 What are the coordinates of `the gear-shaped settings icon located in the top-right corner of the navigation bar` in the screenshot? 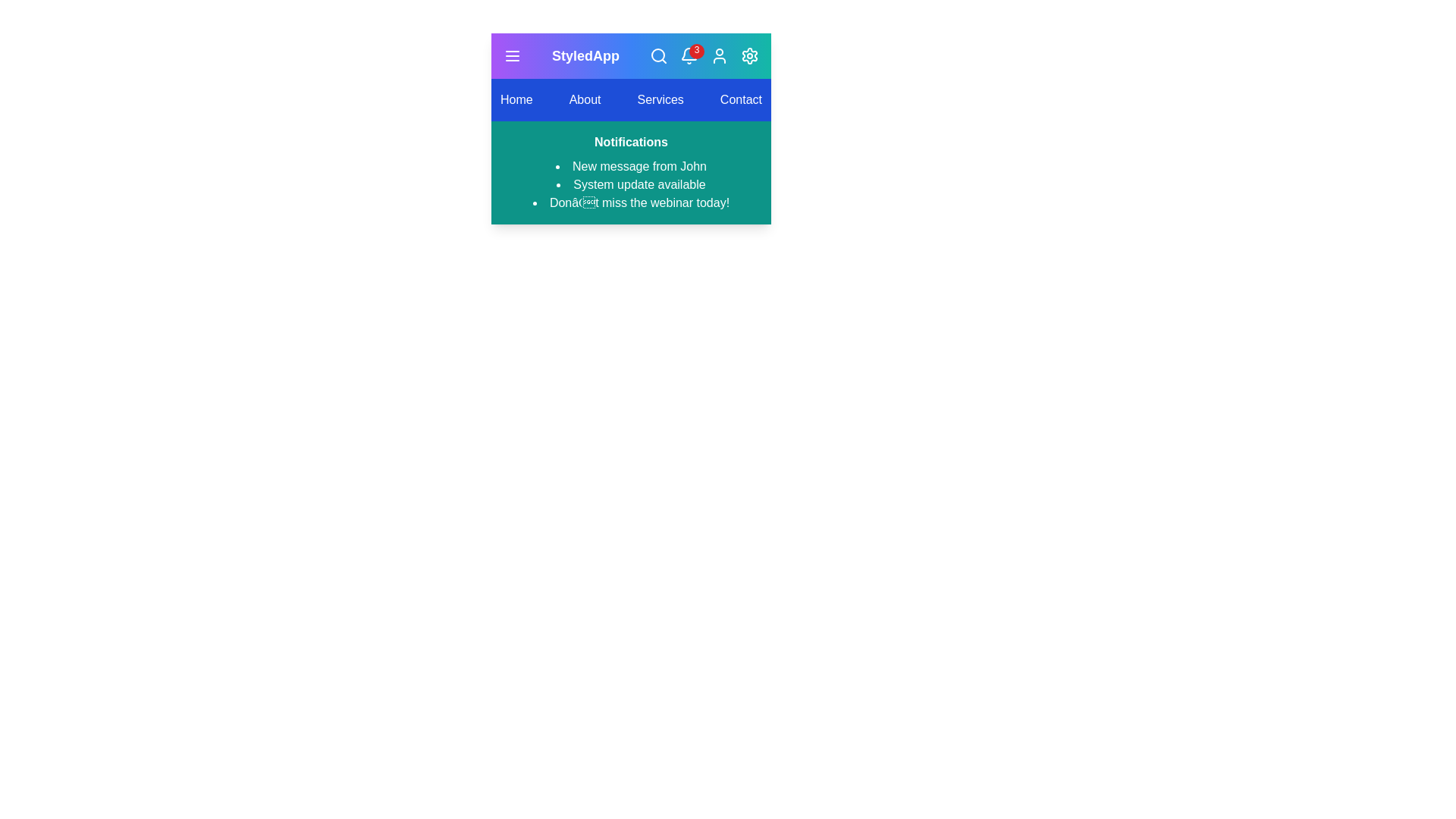 It's located at (749, 55).